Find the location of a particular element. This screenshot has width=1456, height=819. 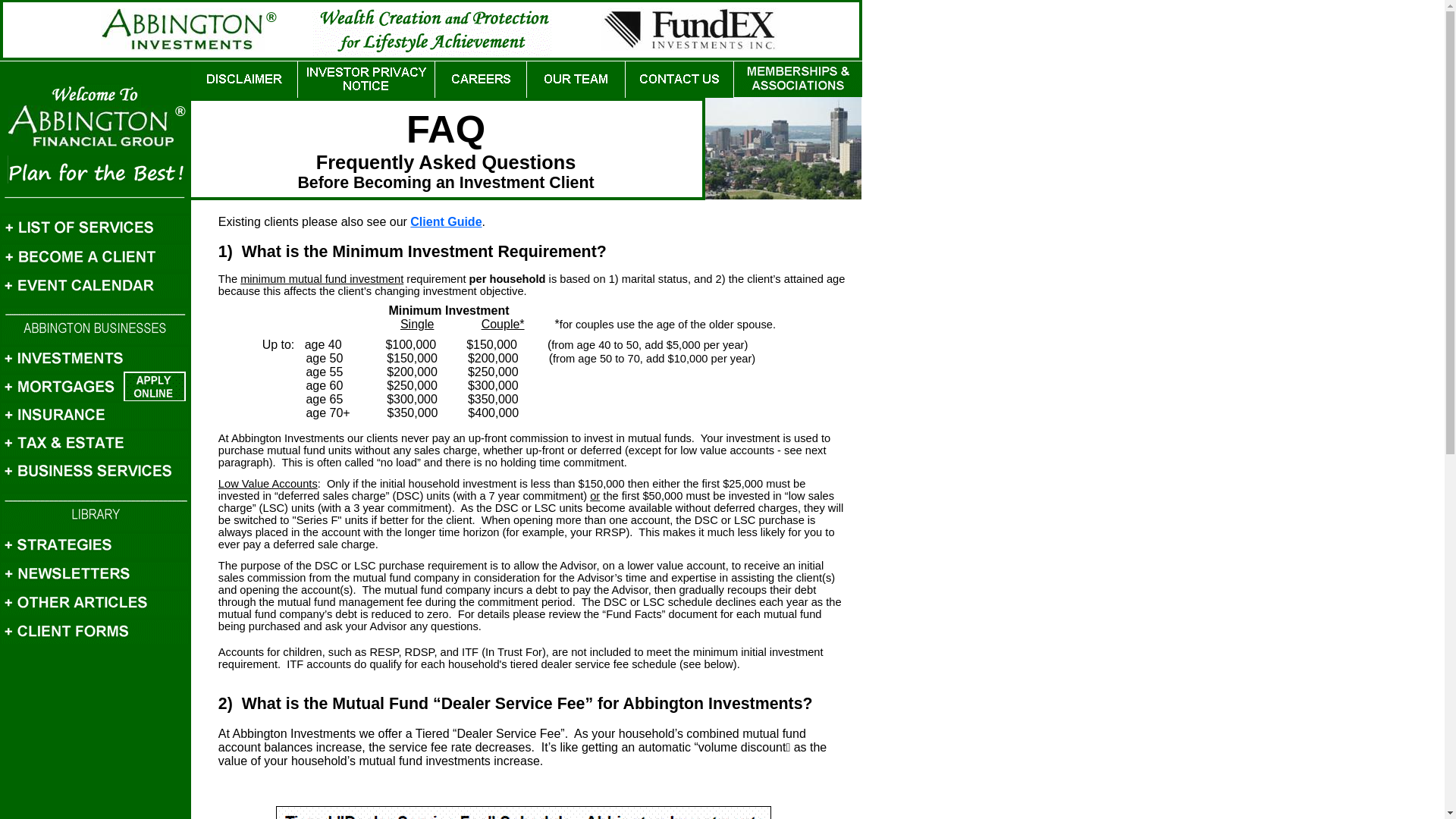

'Client Guide' is located at coordinates (445, 221).